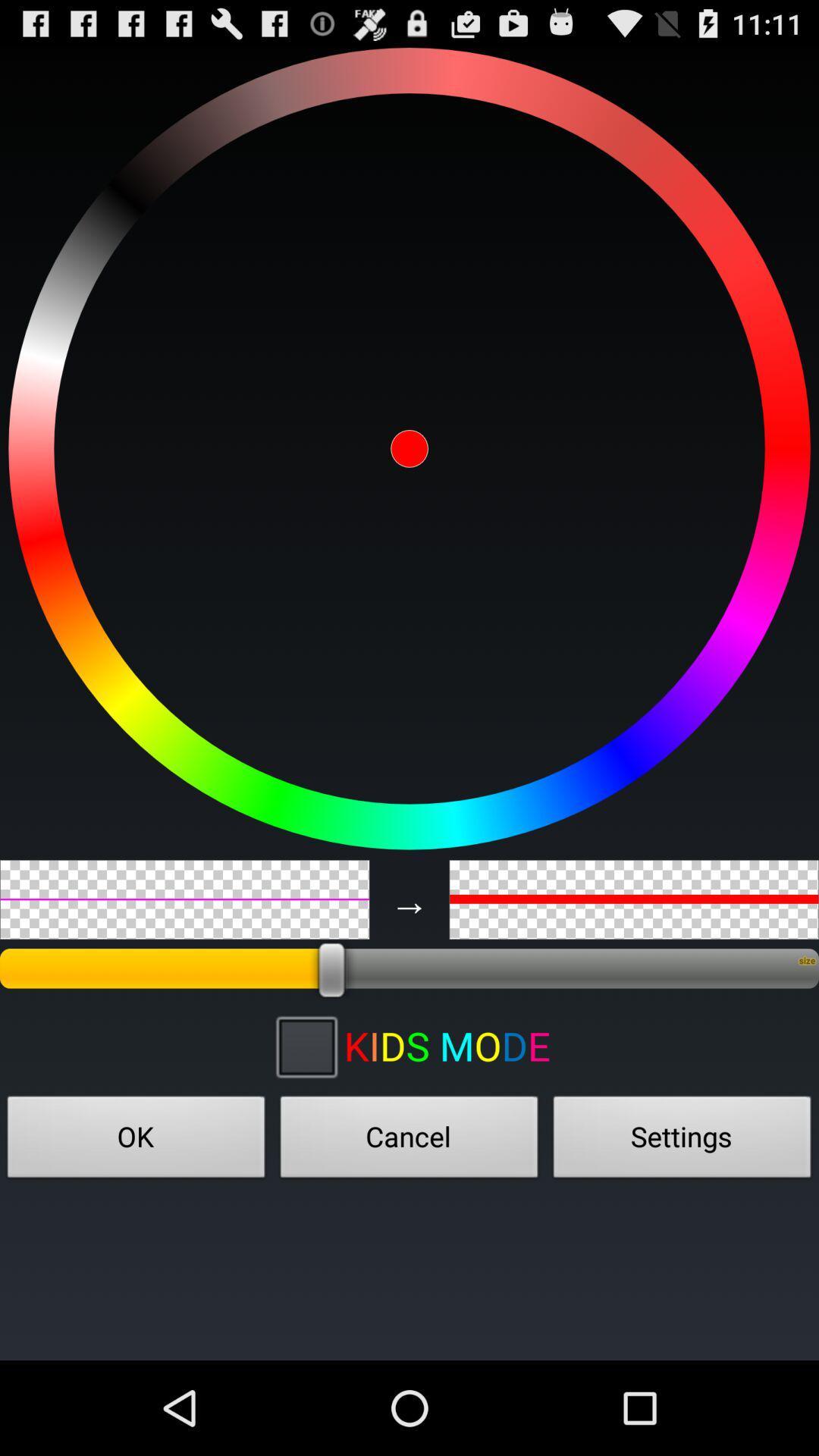 The image size is (819, 1456). I want to click on button to the left of the settings item, so click(409, 1141).